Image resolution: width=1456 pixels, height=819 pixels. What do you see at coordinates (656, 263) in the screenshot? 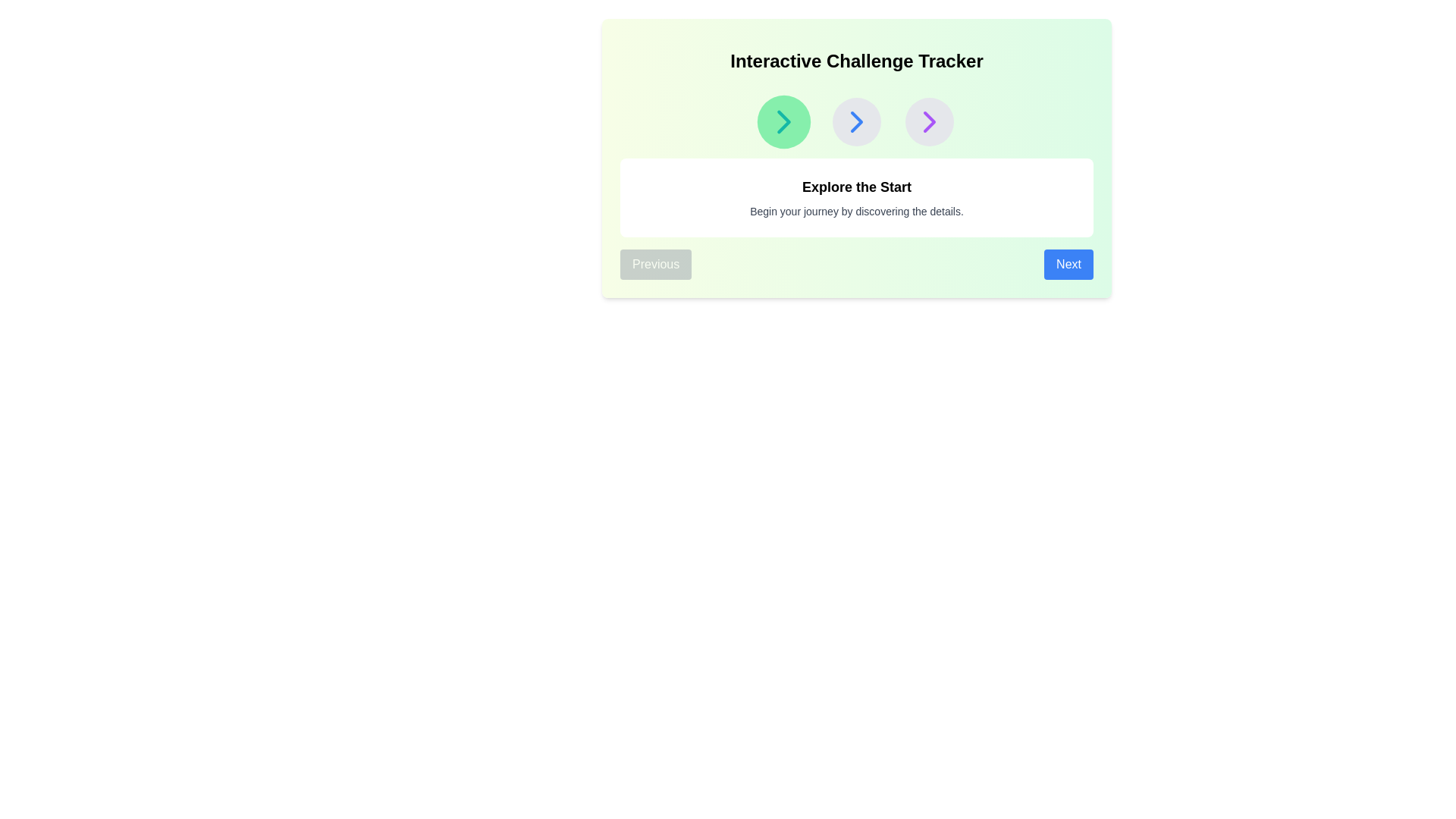
I see `the Previous button to navigate between steps` at bounding box center [656, 263].